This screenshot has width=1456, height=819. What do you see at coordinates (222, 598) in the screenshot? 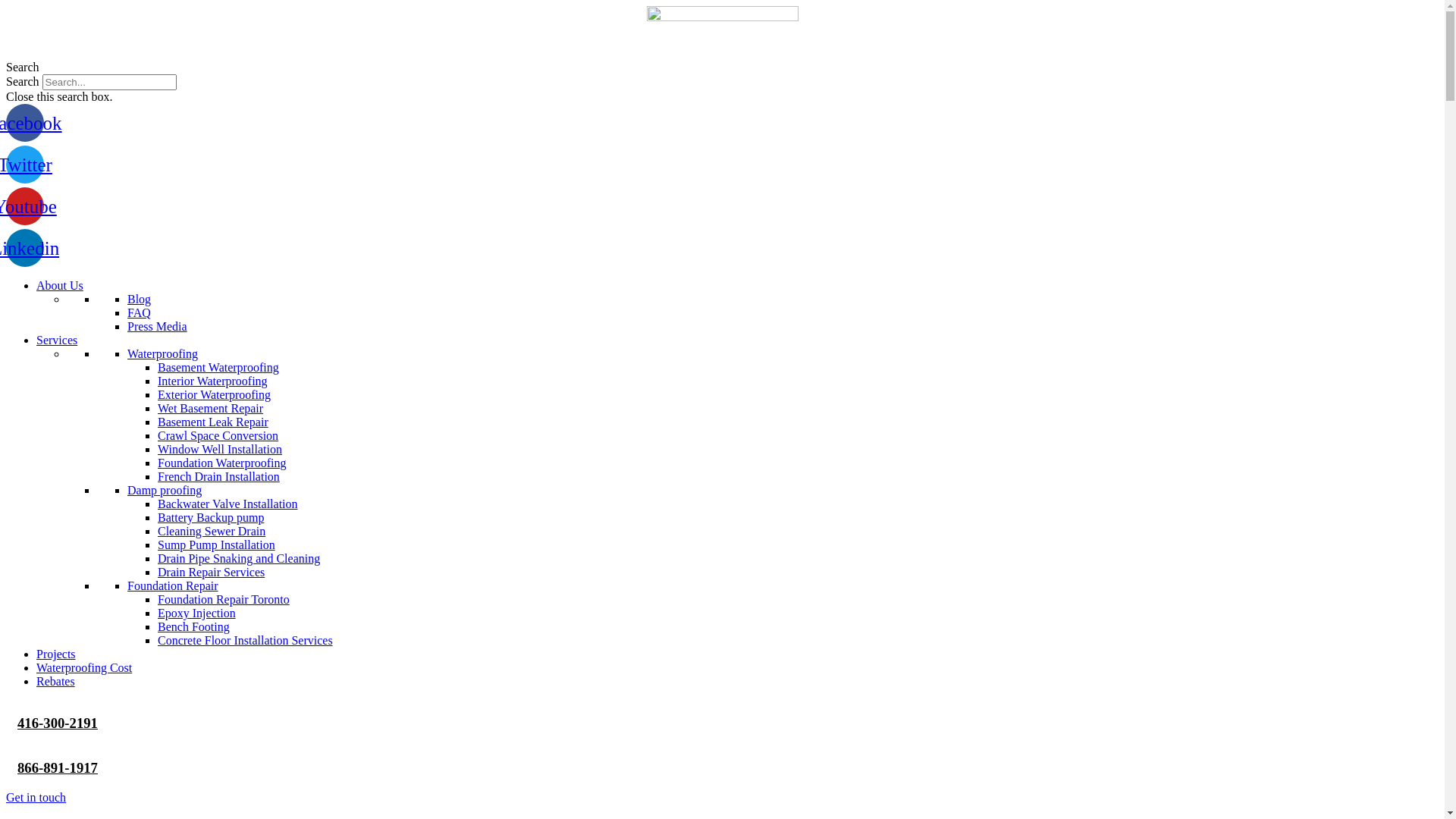
I see `'Foundation Repair Toronto'` at bounding box center [222, 598].